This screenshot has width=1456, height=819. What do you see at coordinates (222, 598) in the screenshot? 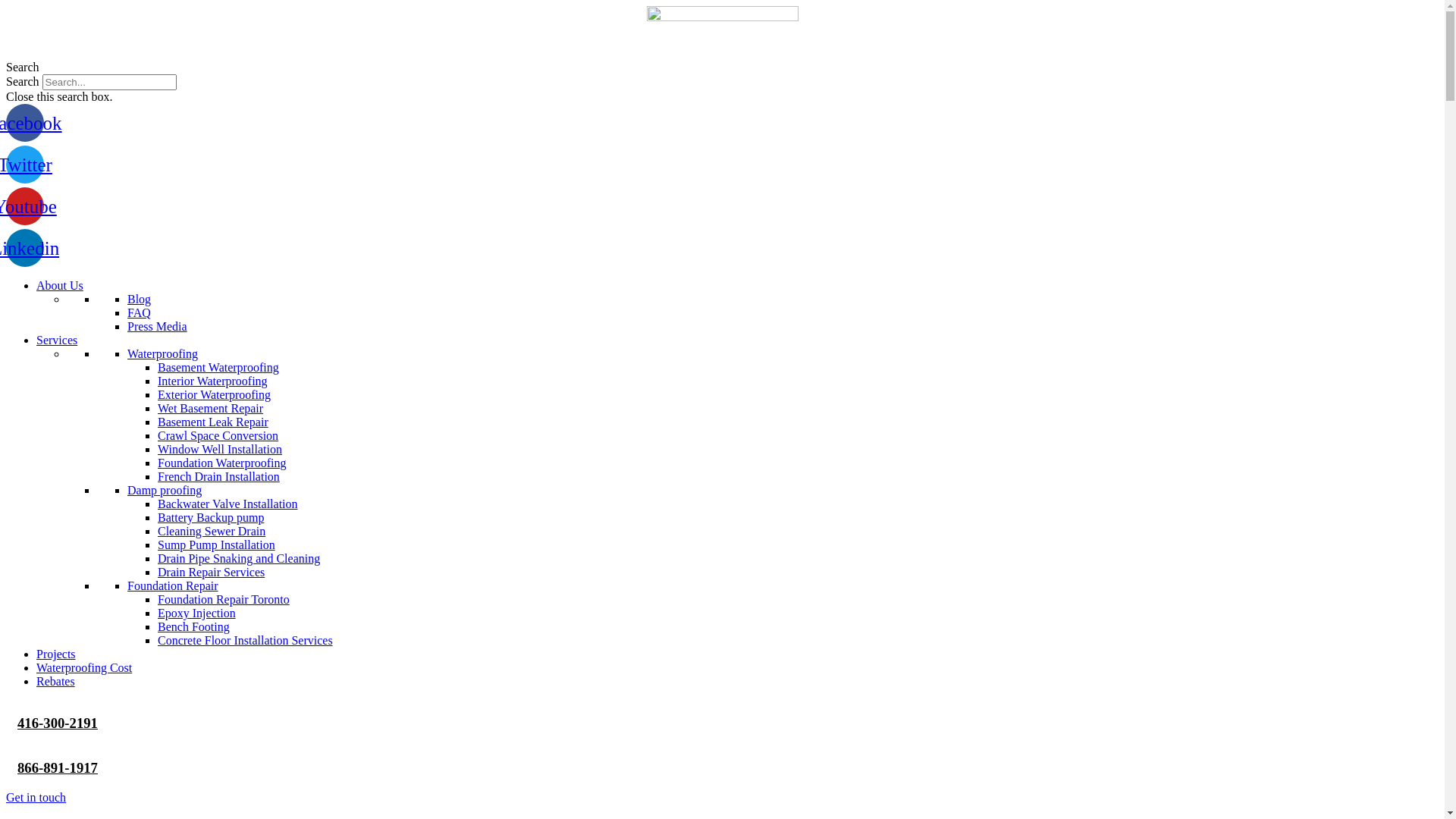
I see `'Foundation Repair Toronto'` at bounding box center [222, 598].